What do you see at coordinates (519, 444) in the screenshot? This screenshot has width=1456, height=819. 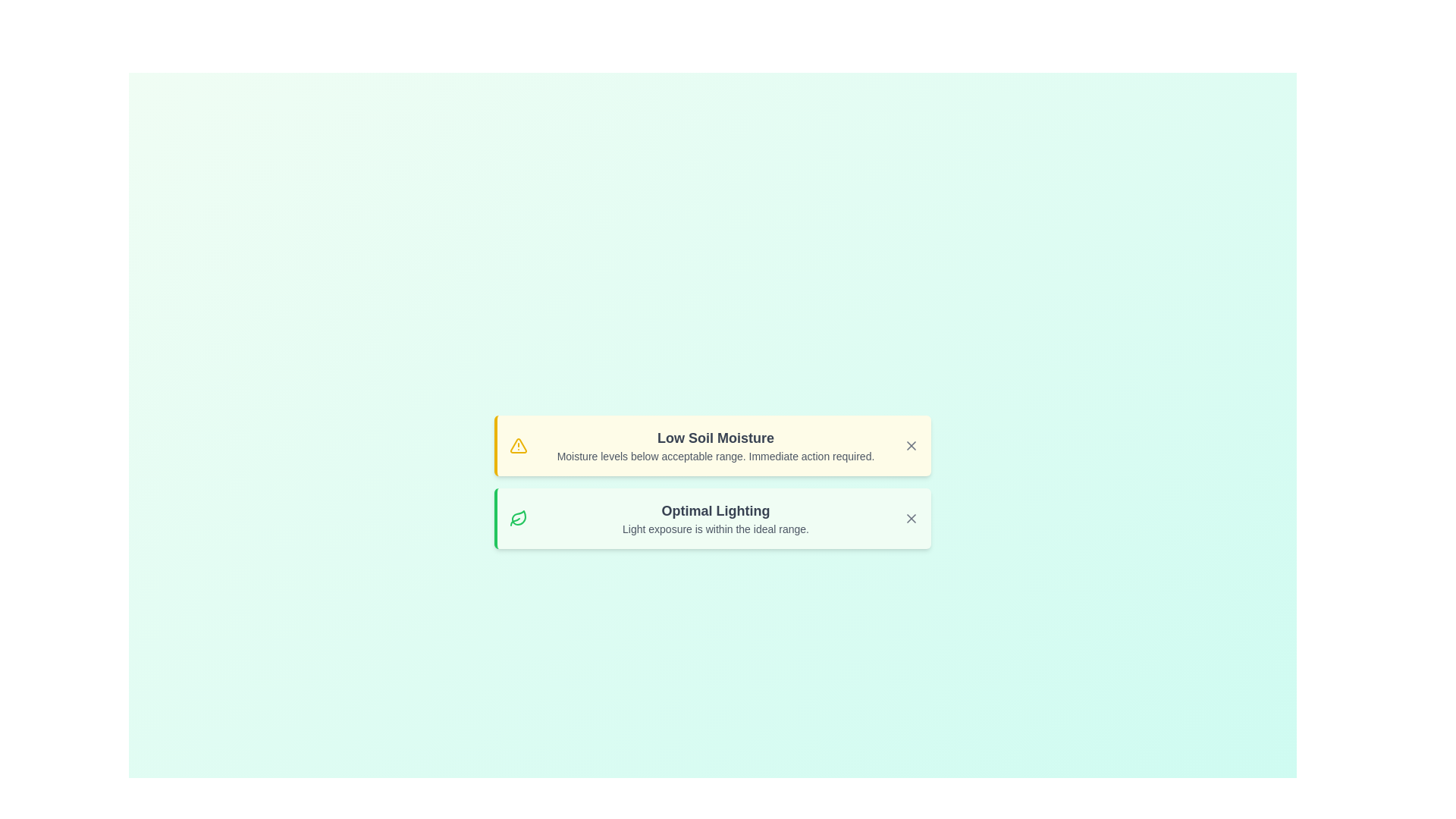 I see `the alert icon to identify its type` at bounding box center [519, 444].